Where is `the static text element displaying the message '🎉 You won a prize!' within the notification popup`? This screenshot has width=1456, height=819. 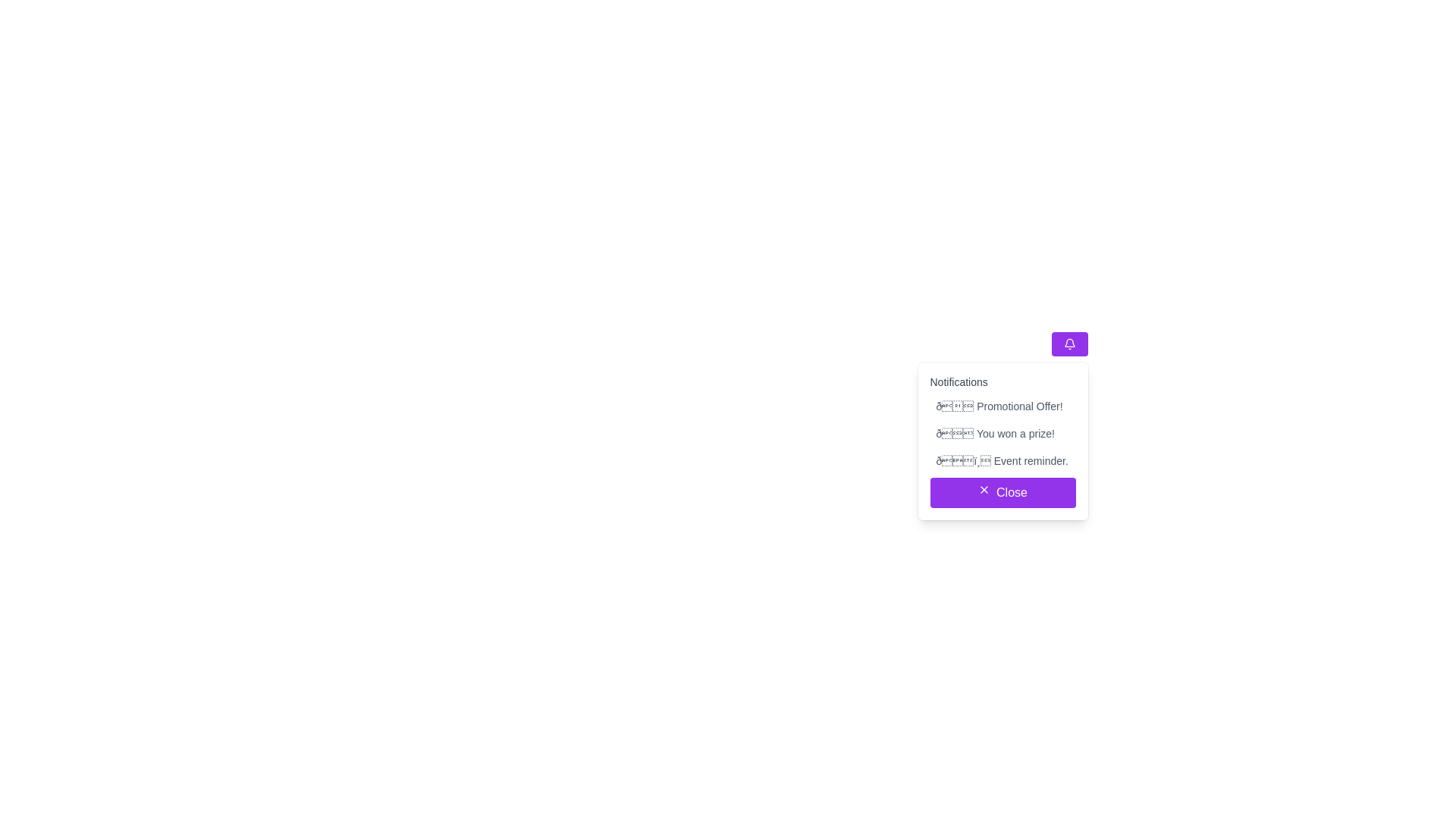 the static text element displaying the message '🎉 You won a prize!' within the notification popup is located at coordinates (1003, 433).